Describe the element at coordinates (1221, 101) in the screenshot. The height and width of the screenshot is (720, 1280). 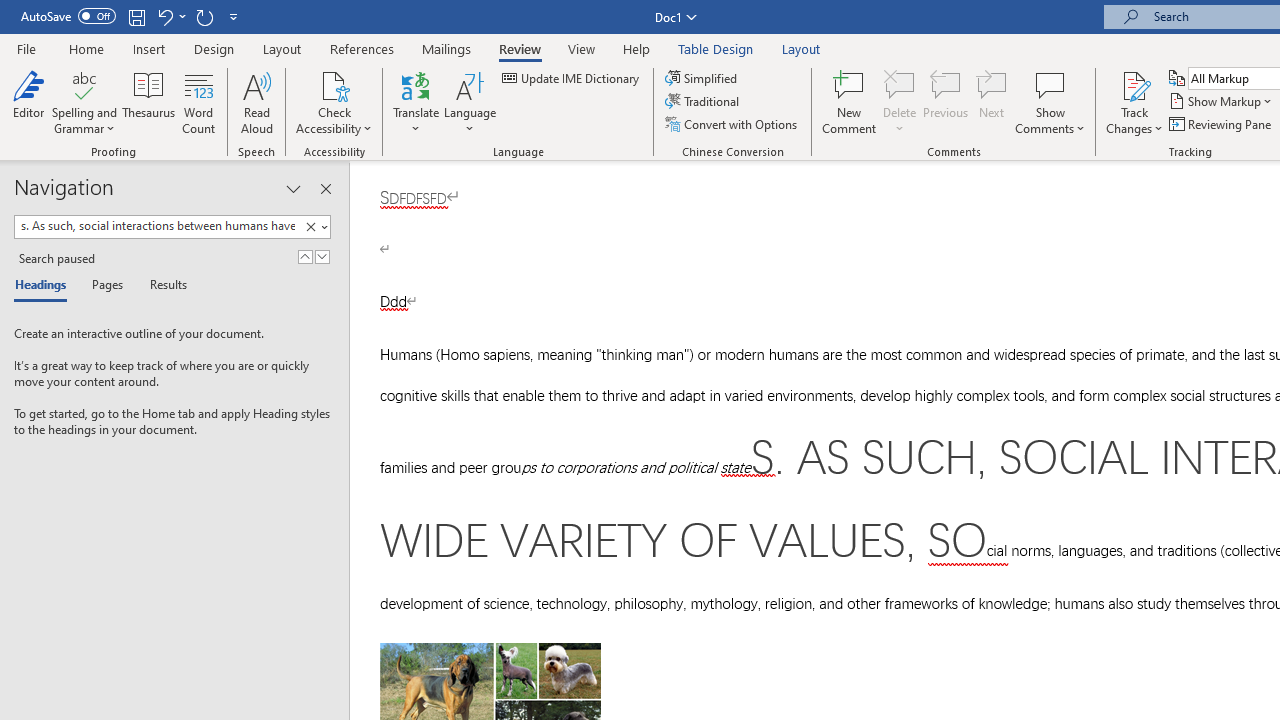
I see `'Show Markup'` at that location.